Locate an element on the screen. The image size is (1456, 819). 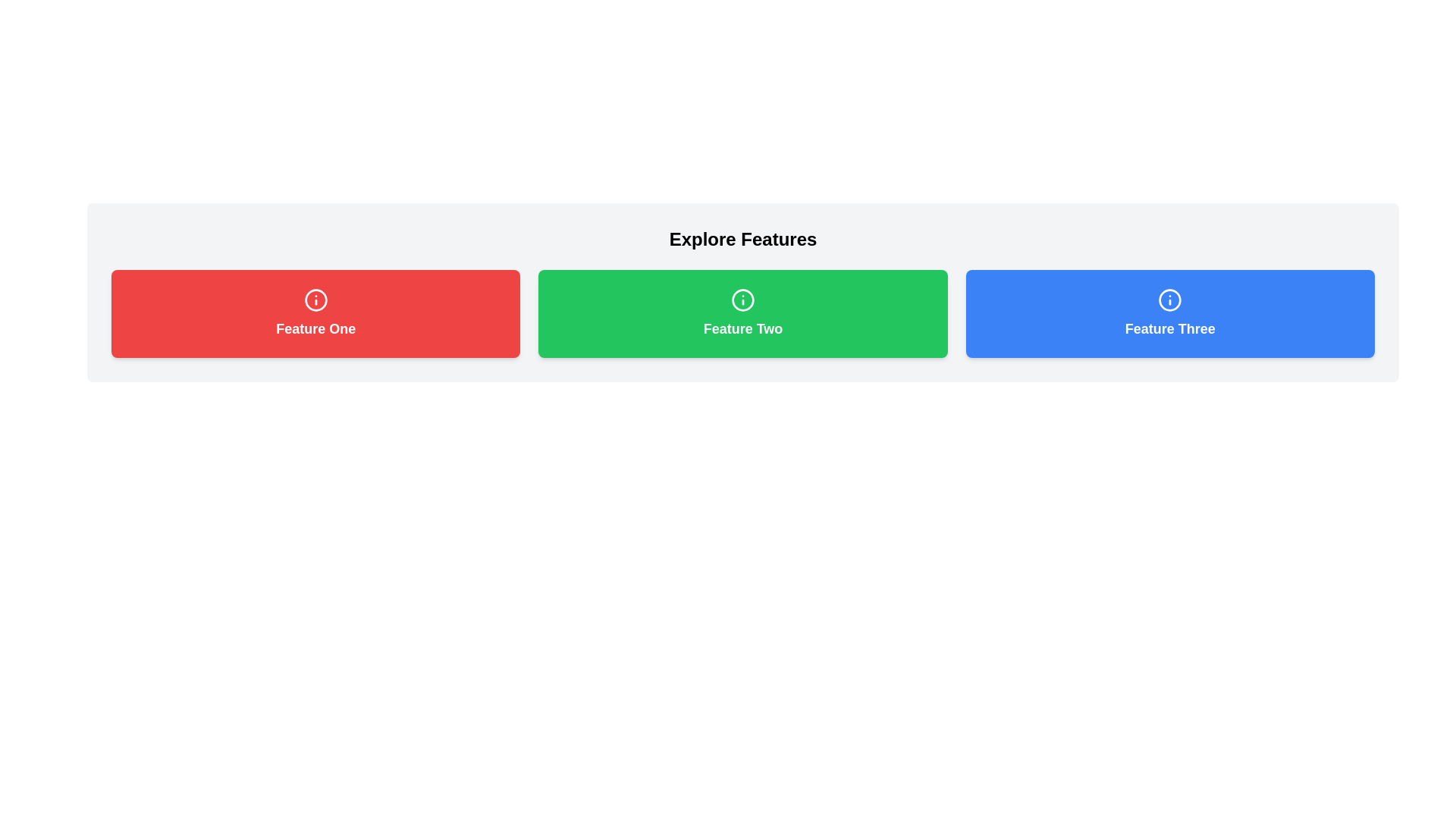
the circular icon with a white outline and an exclamation mark, located above the text 'Feature Three' in the blue card on the right-most side is located at coordinates (1169, 300).